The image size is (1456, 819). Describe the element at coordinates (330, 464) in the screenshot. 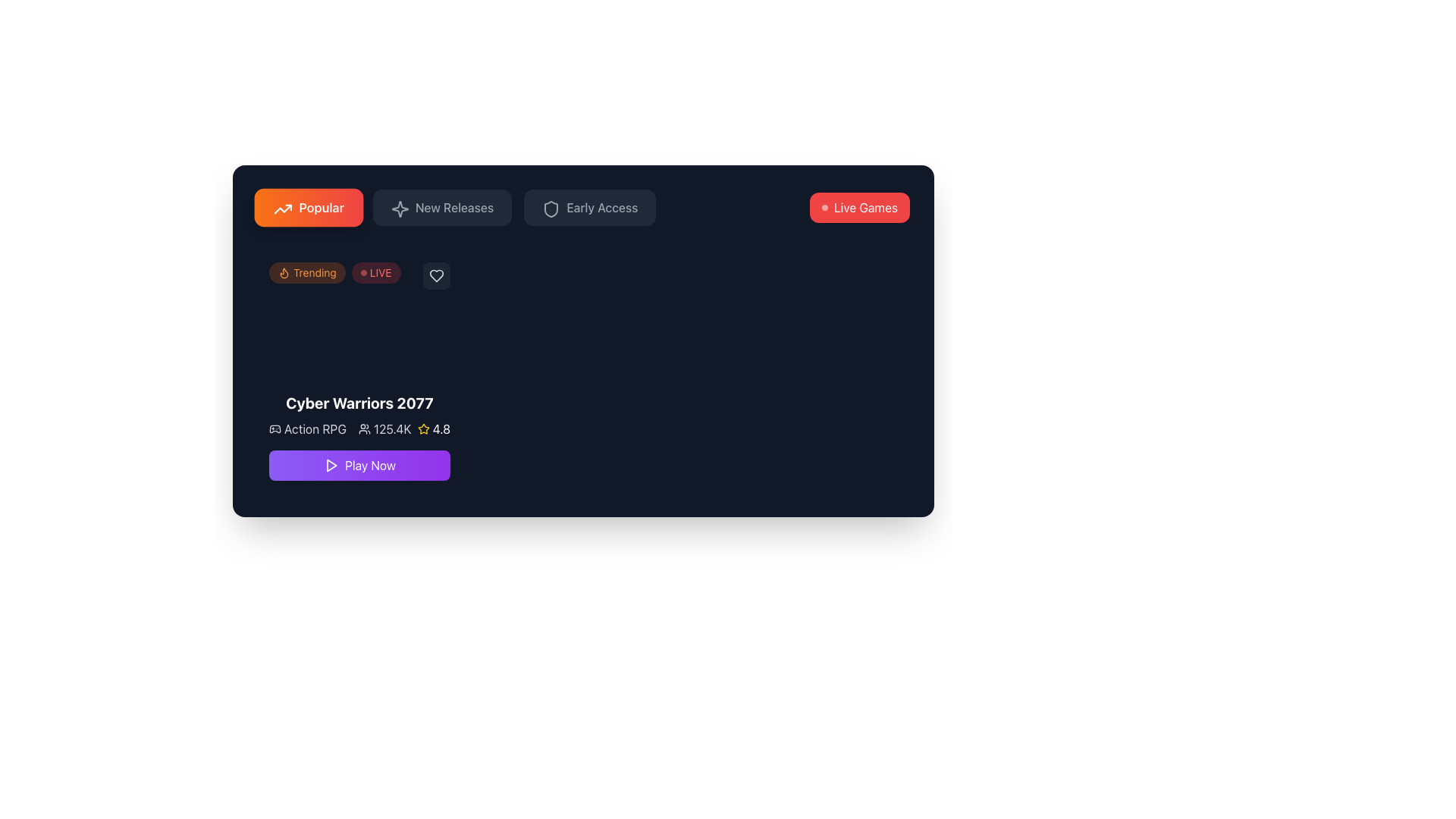

I see `the triangle-shaped SVG graphic representing the play button, which is located to the left of the 'Play Now' button` at that location.